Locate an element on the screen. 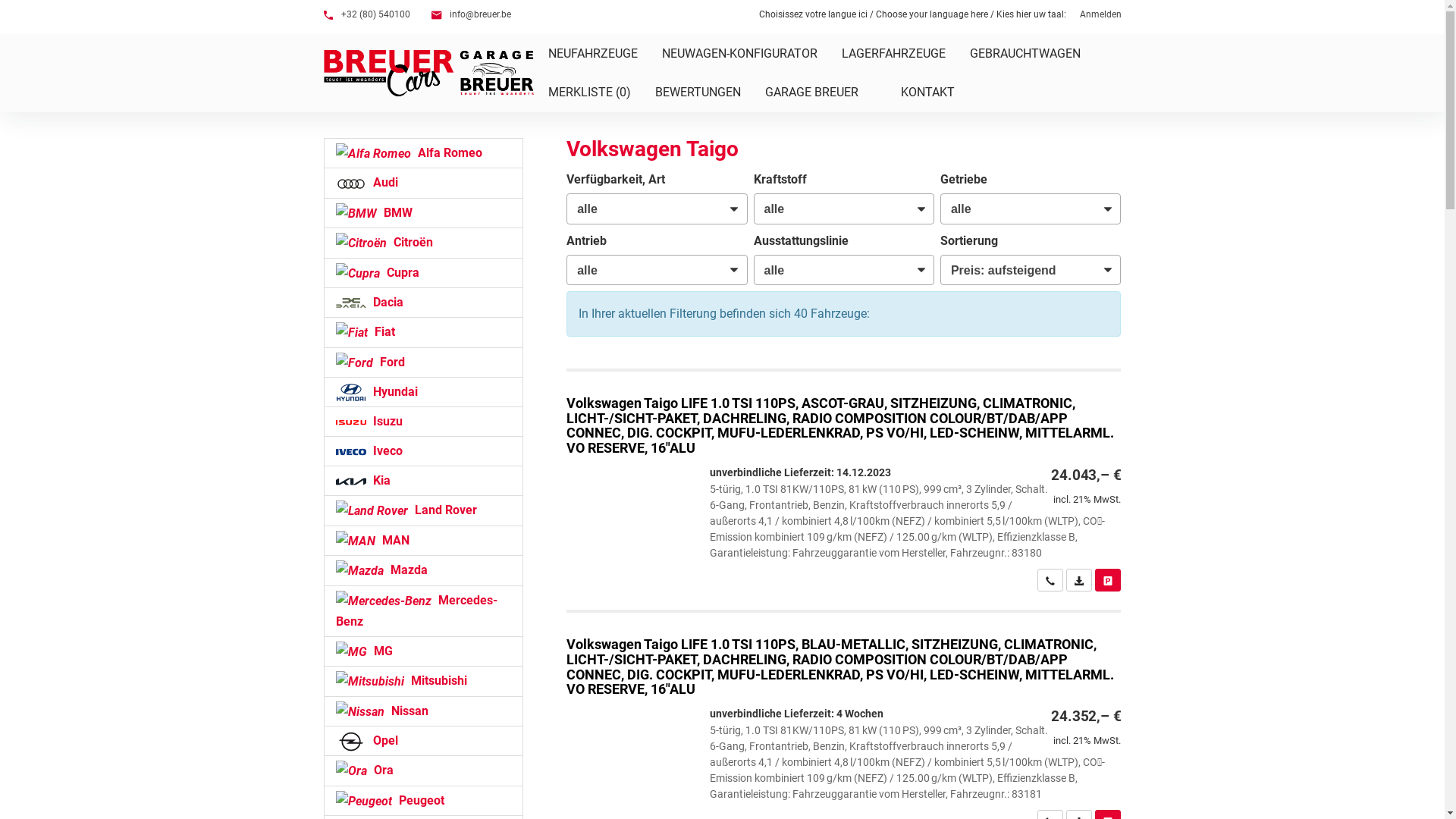 The width and height of the screenshot is (1456, 819). 'Land Rover' is located at coordinates (422, 510).